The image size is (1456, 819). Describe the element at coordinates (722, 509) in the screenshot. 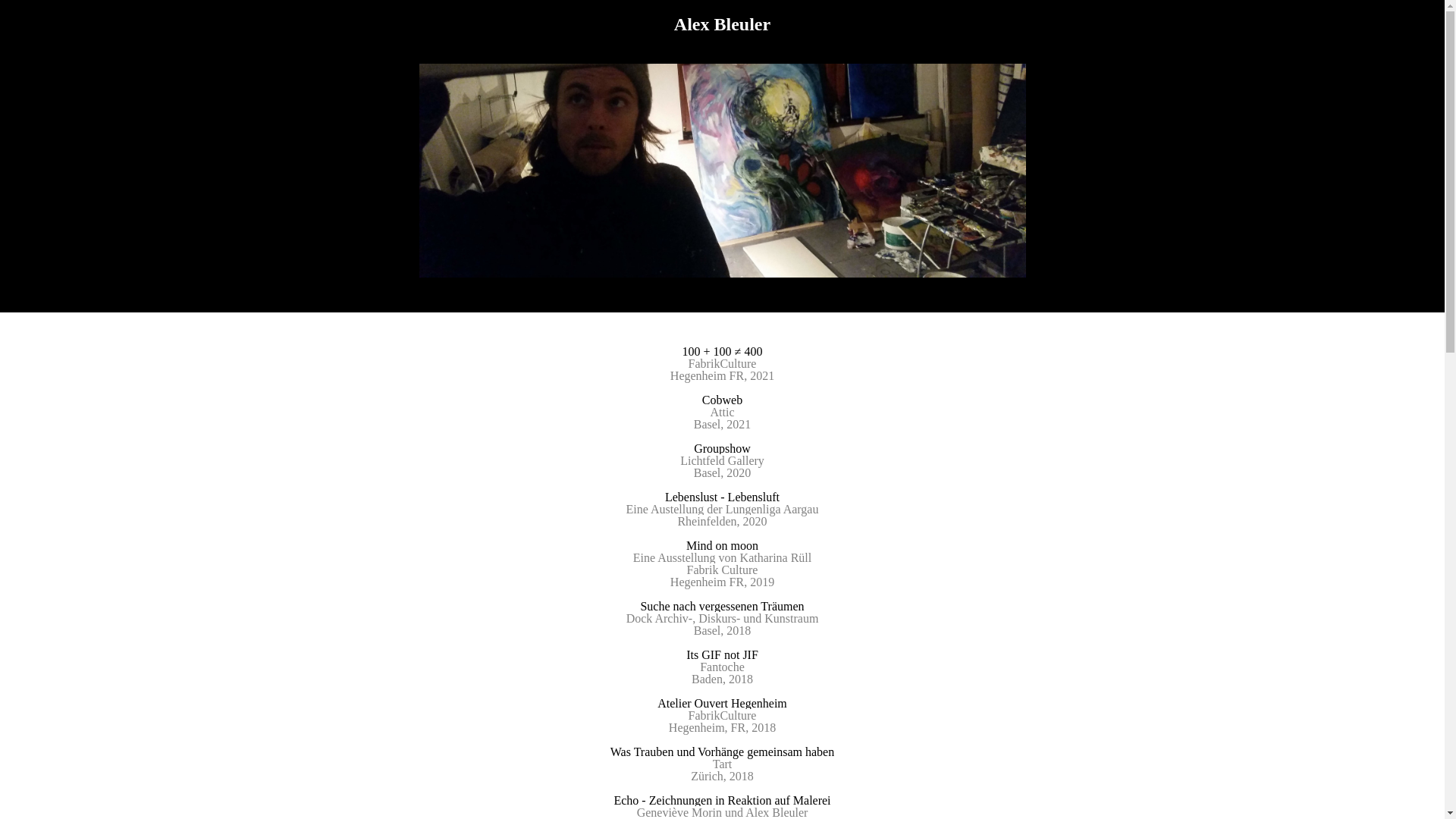

I see `'Eine Austellung der Lungenliga Aargau'` at that location.